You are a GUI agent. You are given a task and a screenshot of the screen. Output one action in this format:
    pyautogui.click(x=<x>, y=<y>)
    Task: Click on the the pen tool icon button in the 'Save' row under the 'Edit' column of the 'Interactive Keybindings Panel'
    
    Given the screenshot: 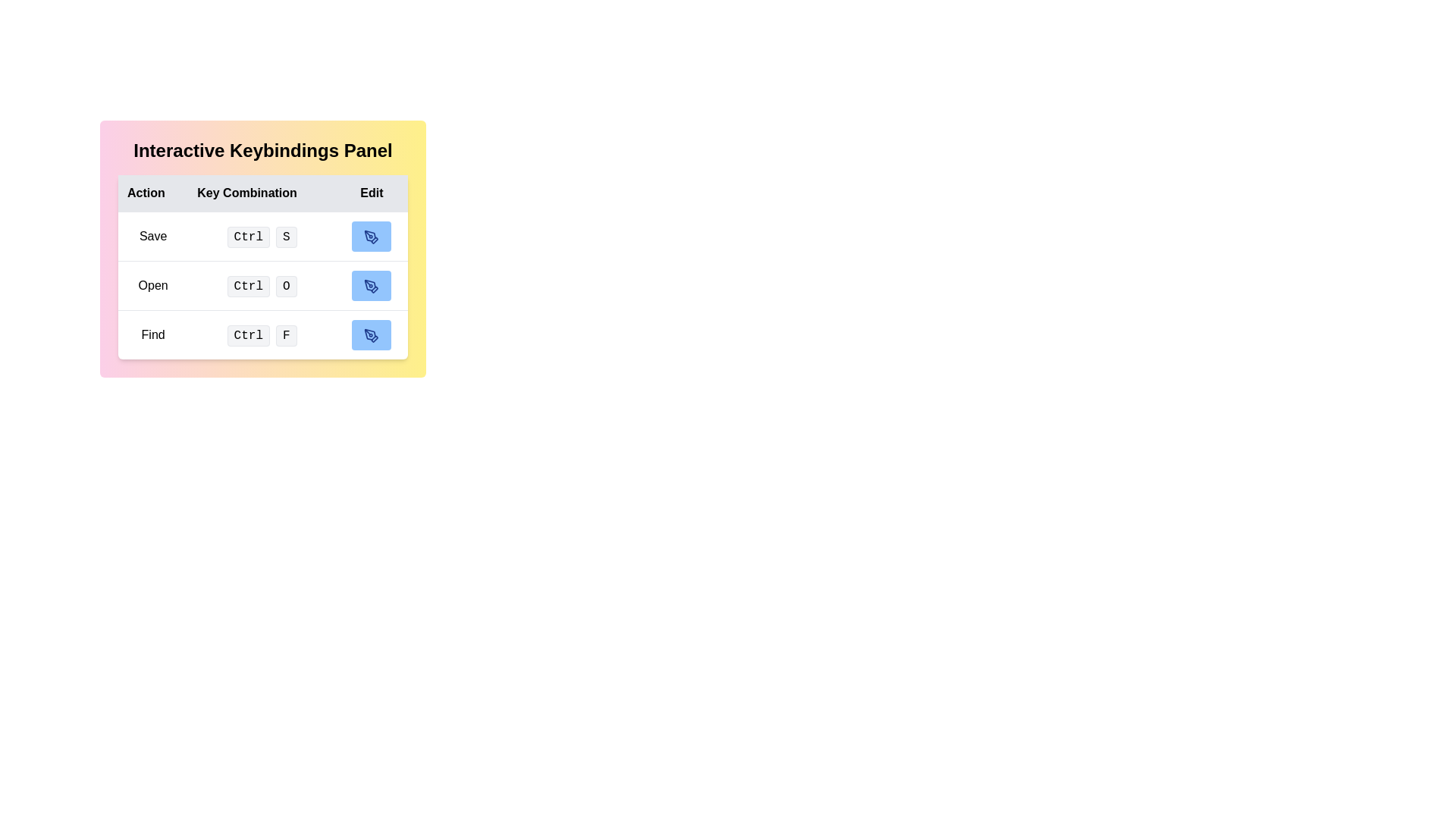 What is the action you would take?
    pyautogui.click(x=372, y=237)
    